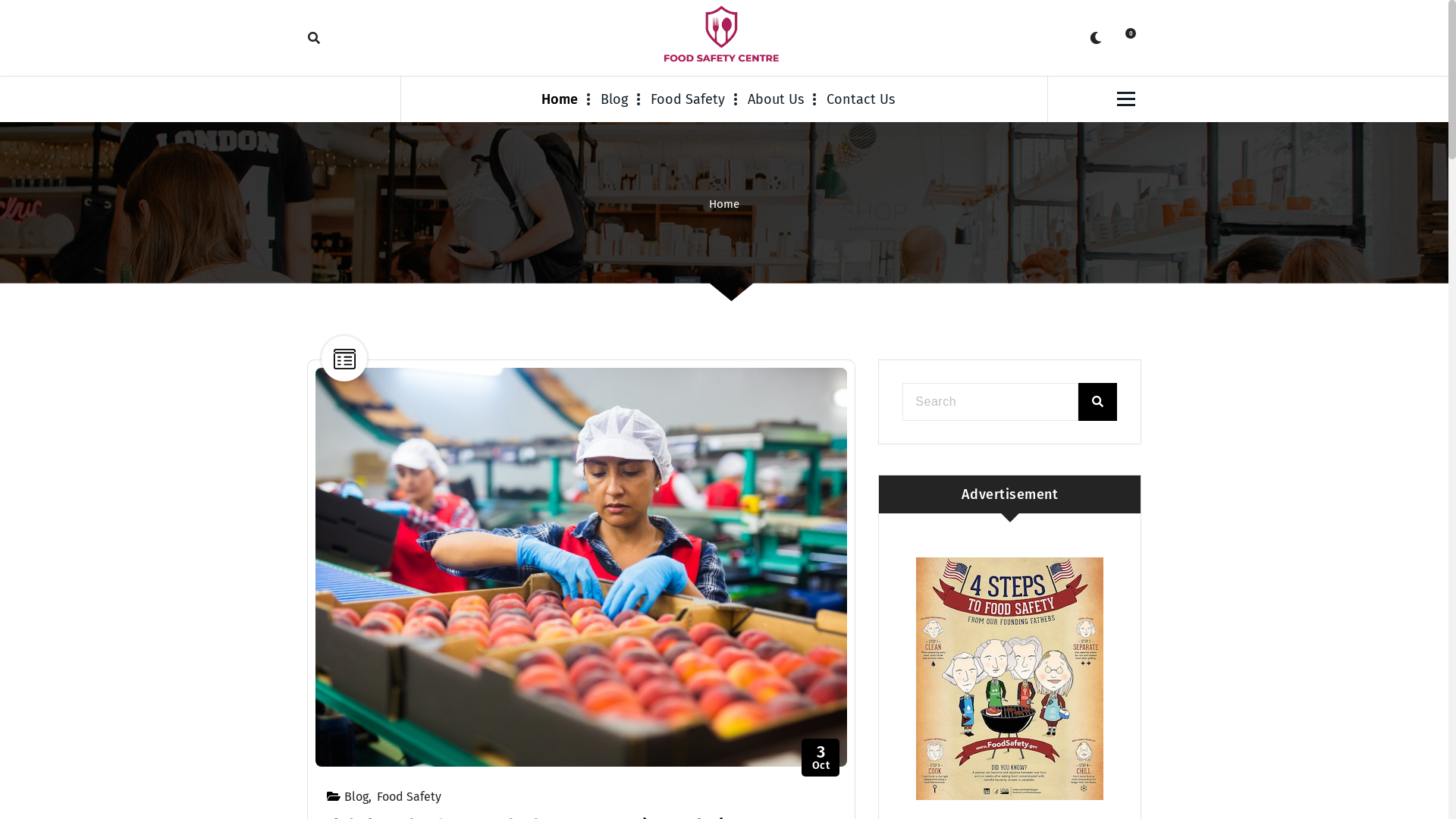 The image size is (1456, 819). Describe the element at coordinates (356, 795) in the screenshot. I see `'Blog'` at that location.